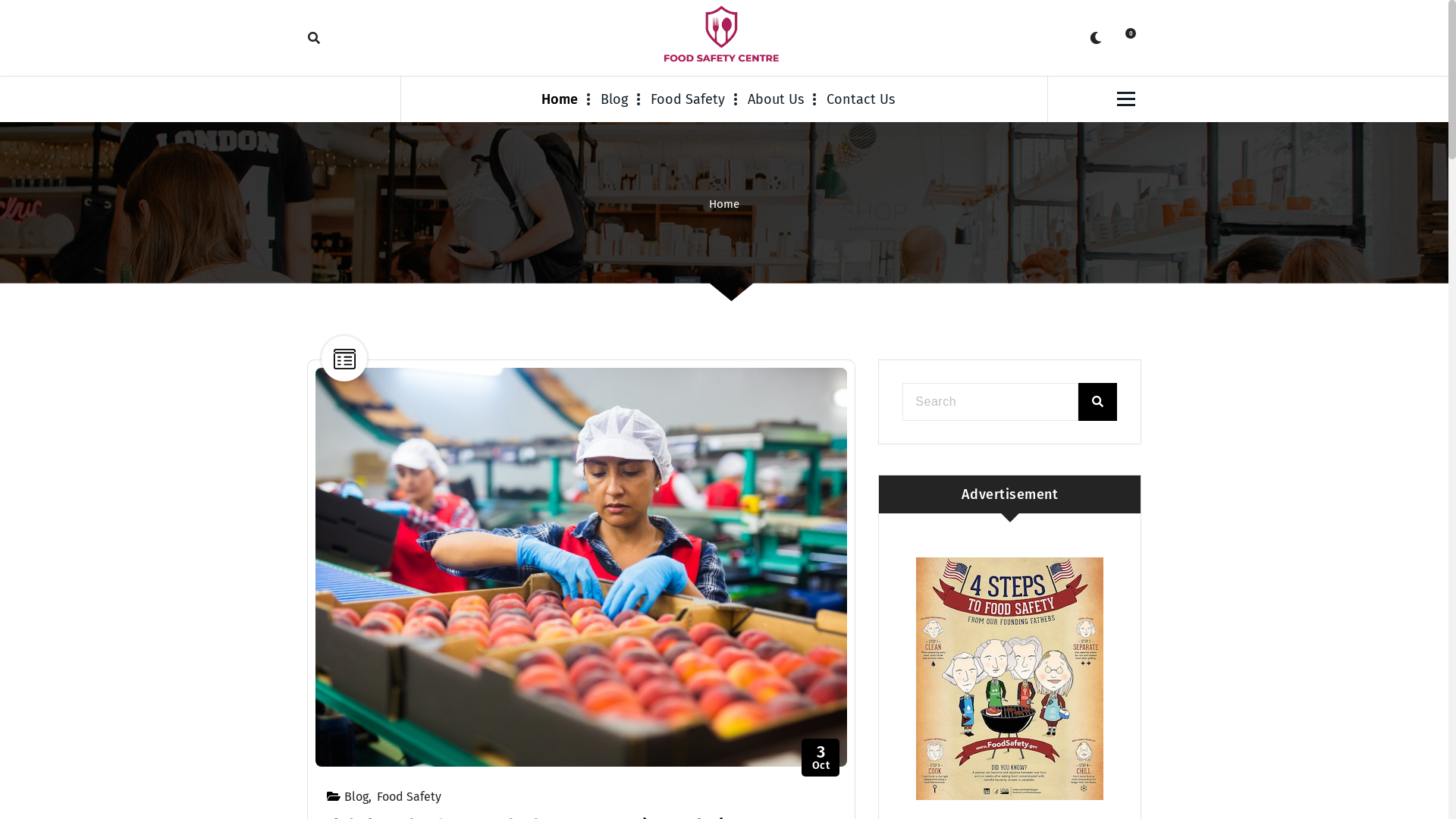 The image size is (1456, 819). Describe the element at coordinates (356, 795) in the screenshot. I see `'Blog'` at that location.